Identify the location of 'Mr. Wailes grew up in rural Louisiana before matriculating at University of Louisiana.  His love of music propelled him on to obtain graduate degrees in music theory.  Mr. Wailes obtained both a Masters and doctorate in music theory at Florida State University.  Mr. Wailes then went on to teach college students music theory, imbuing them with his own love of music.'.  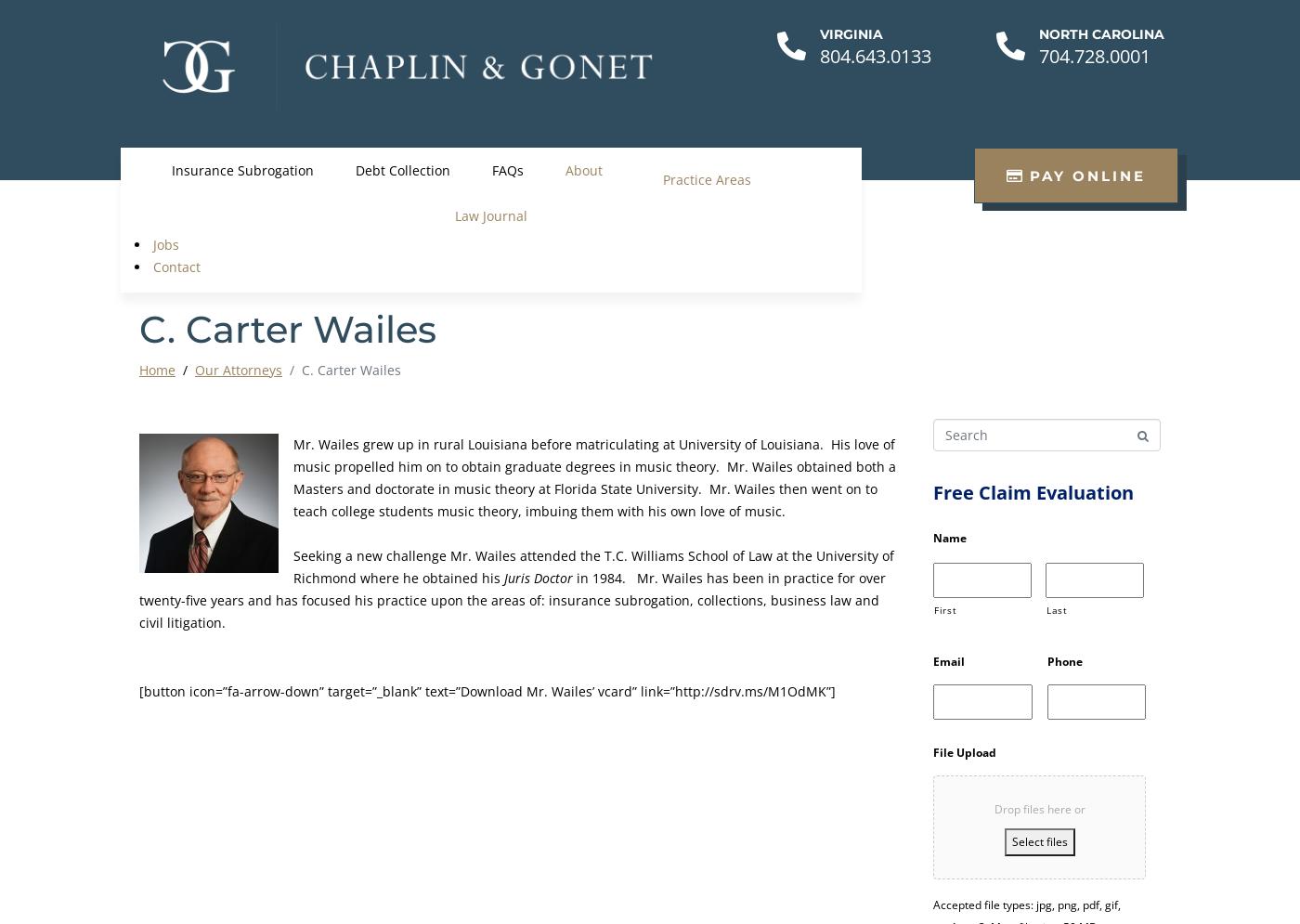
(594, 476).